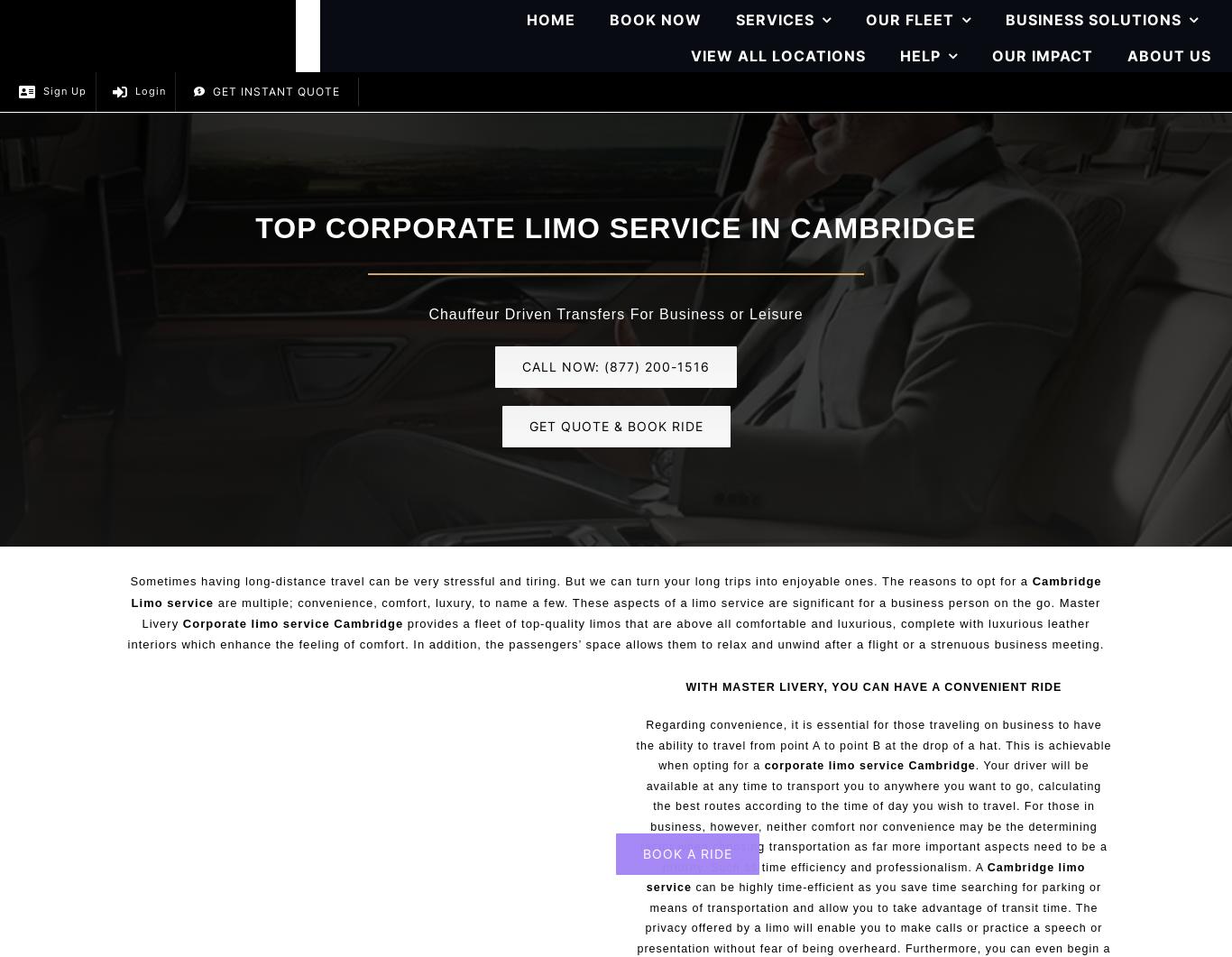 The height and width of the screenshot is (957, 1232). Describe the element at coordinates (735, 19) in the screenshot. I see `'SERVICES'` at that location.